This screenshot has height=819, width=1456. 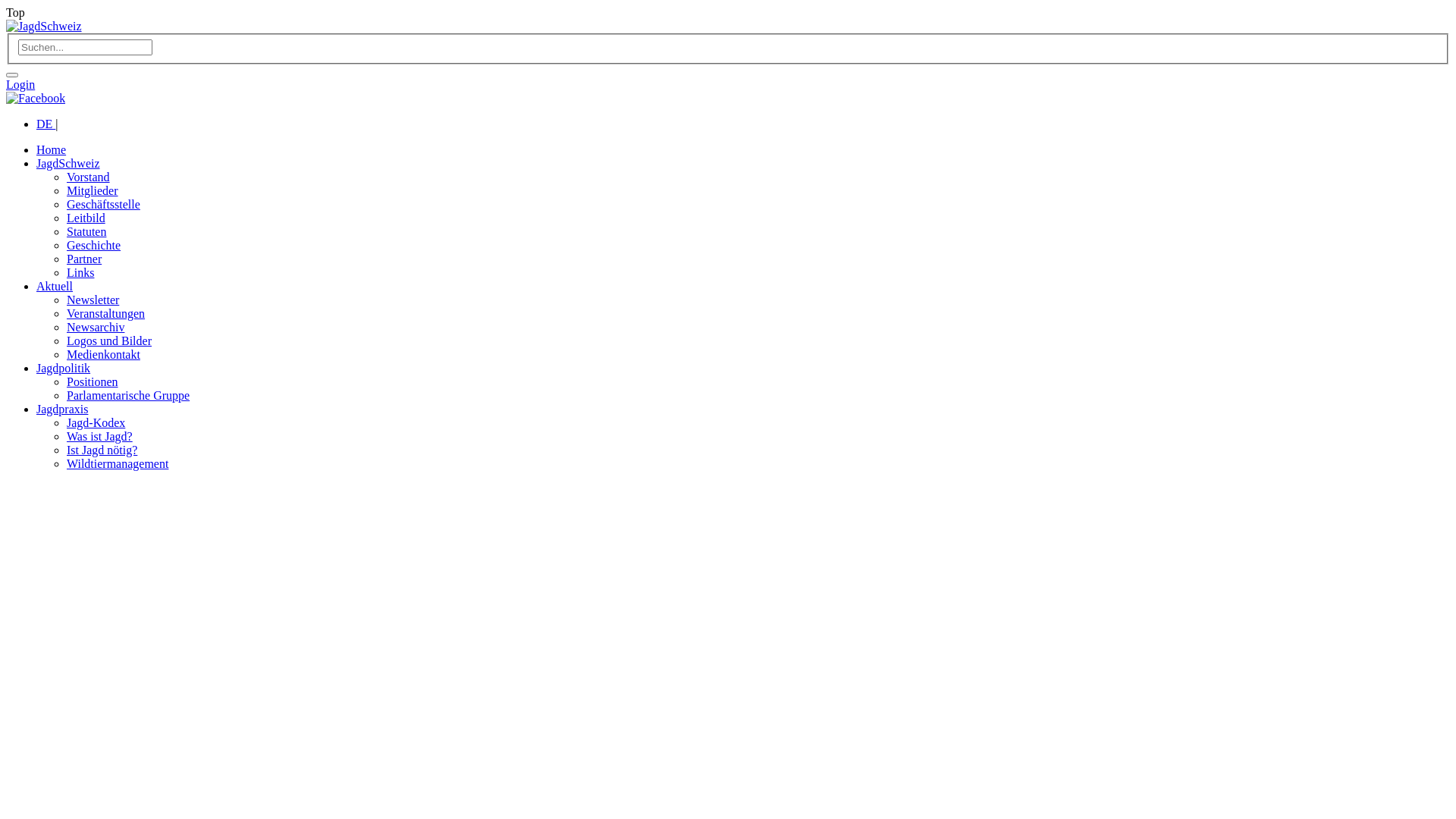 I want to click on 'Aktuell', so click(x=55, y=286).